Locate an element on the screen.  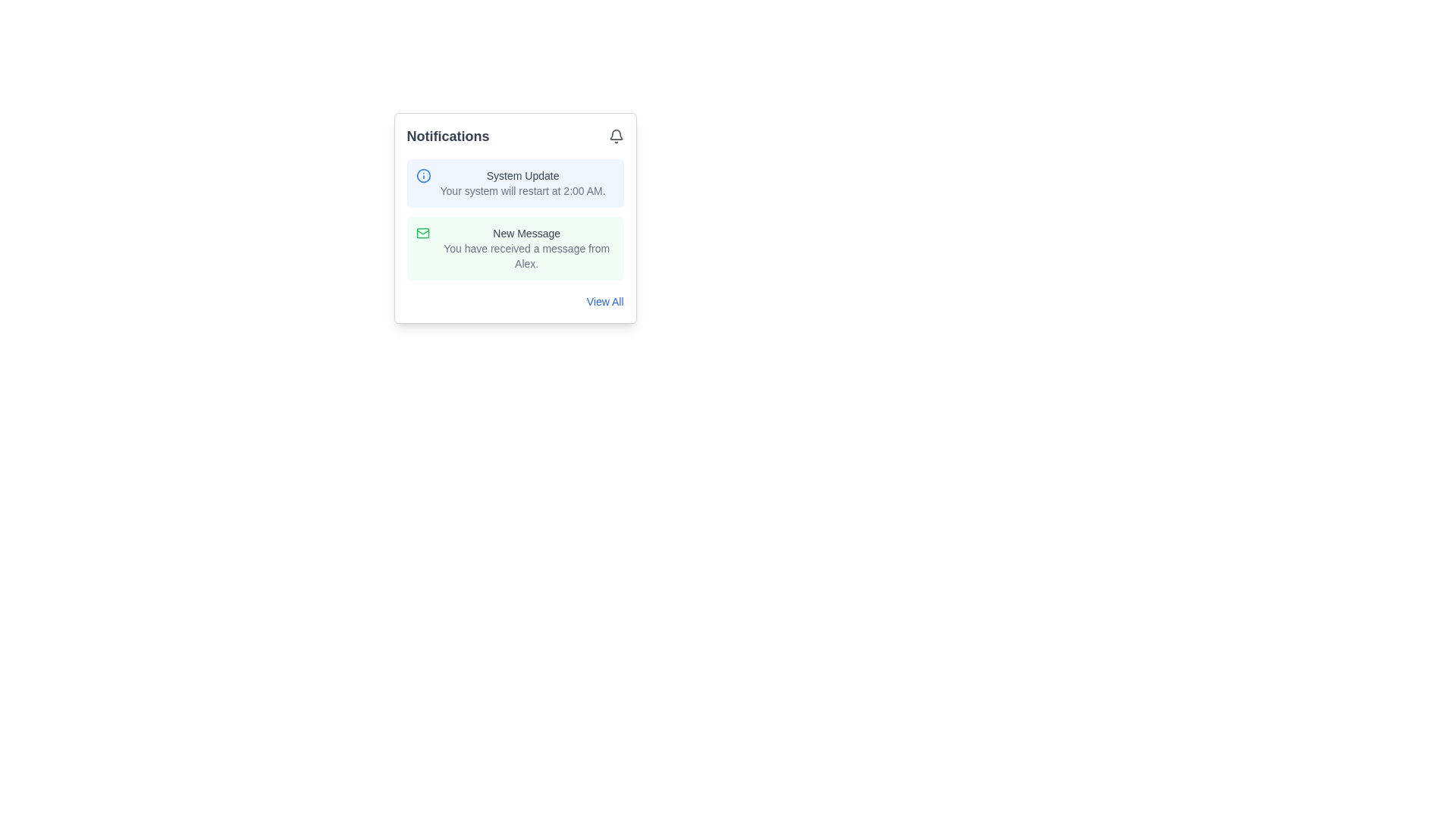
the bell icon in the upper-right corner of the notification panel if its functionality is active is located at coordinates (616, 133).